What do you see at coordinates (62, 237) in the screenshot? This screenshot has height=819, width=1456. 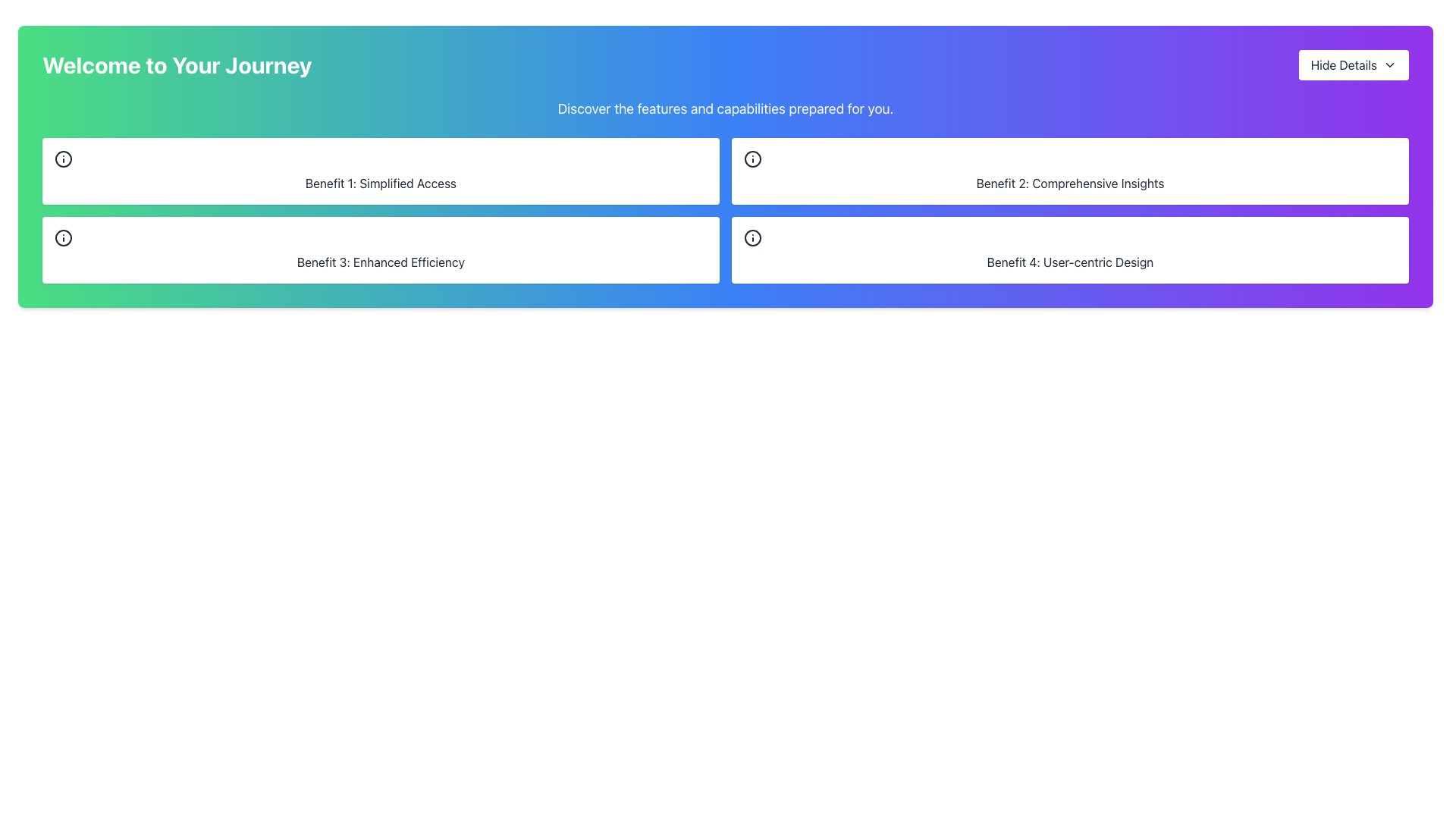 I see `the small circular icon with an outlined circle and a dot inside, located in the center-left of the card labeled 'Benefit 3: Enhanced Efficiency'` at bounding box center [62, 237].